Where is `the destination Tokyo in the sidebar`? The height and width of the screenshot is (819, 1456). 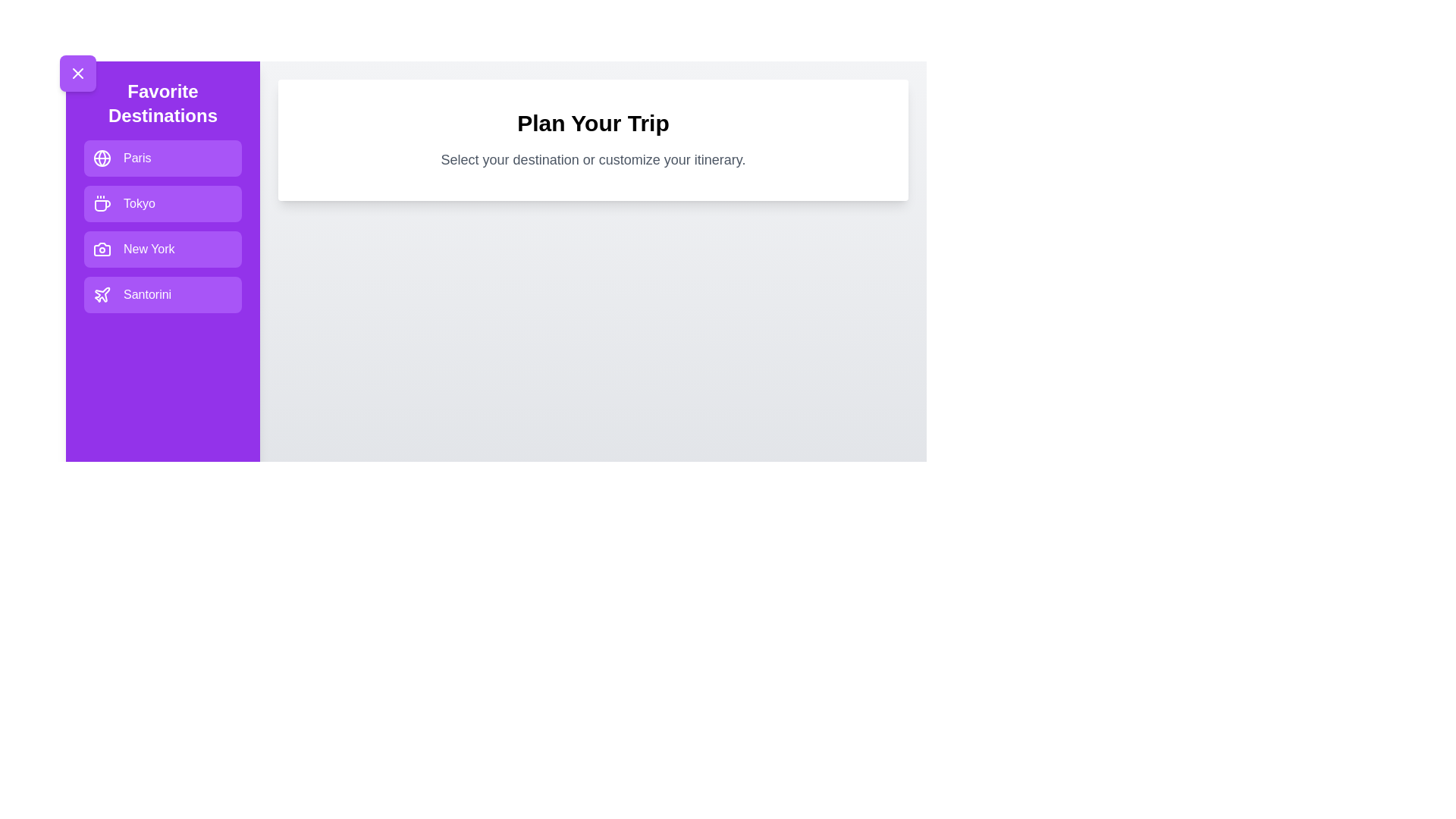
the destination Tokyo in the sidebar is located at coordinates (163, 203).